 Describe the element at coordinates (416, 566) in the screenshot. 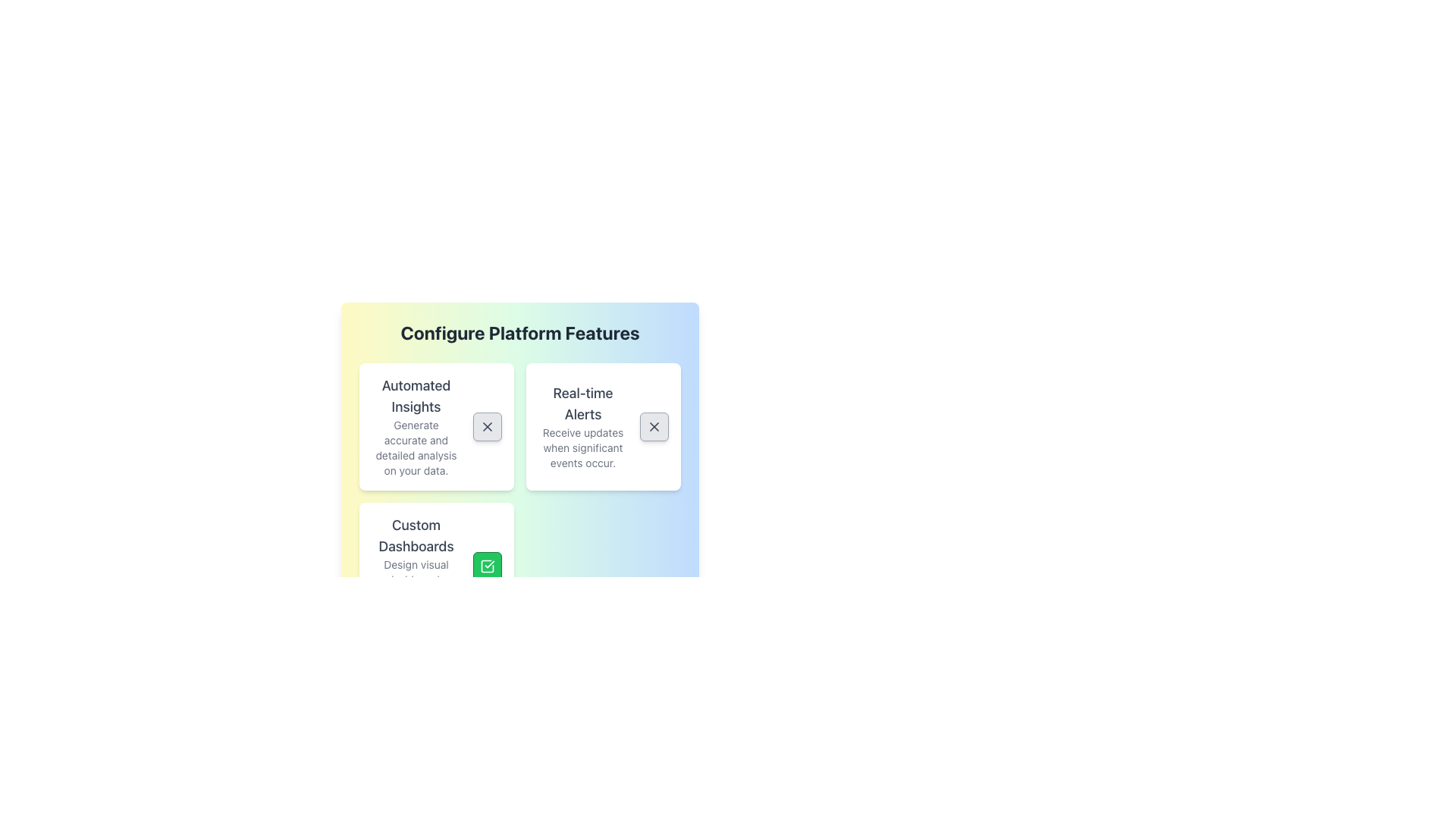

I see `text from the Text Block containing 'Custom Dashboards' and 'Design visual dashboards catered to your needs.' located at the bottom left of the visible cards under 'Configure Platform Features.'` at that location.